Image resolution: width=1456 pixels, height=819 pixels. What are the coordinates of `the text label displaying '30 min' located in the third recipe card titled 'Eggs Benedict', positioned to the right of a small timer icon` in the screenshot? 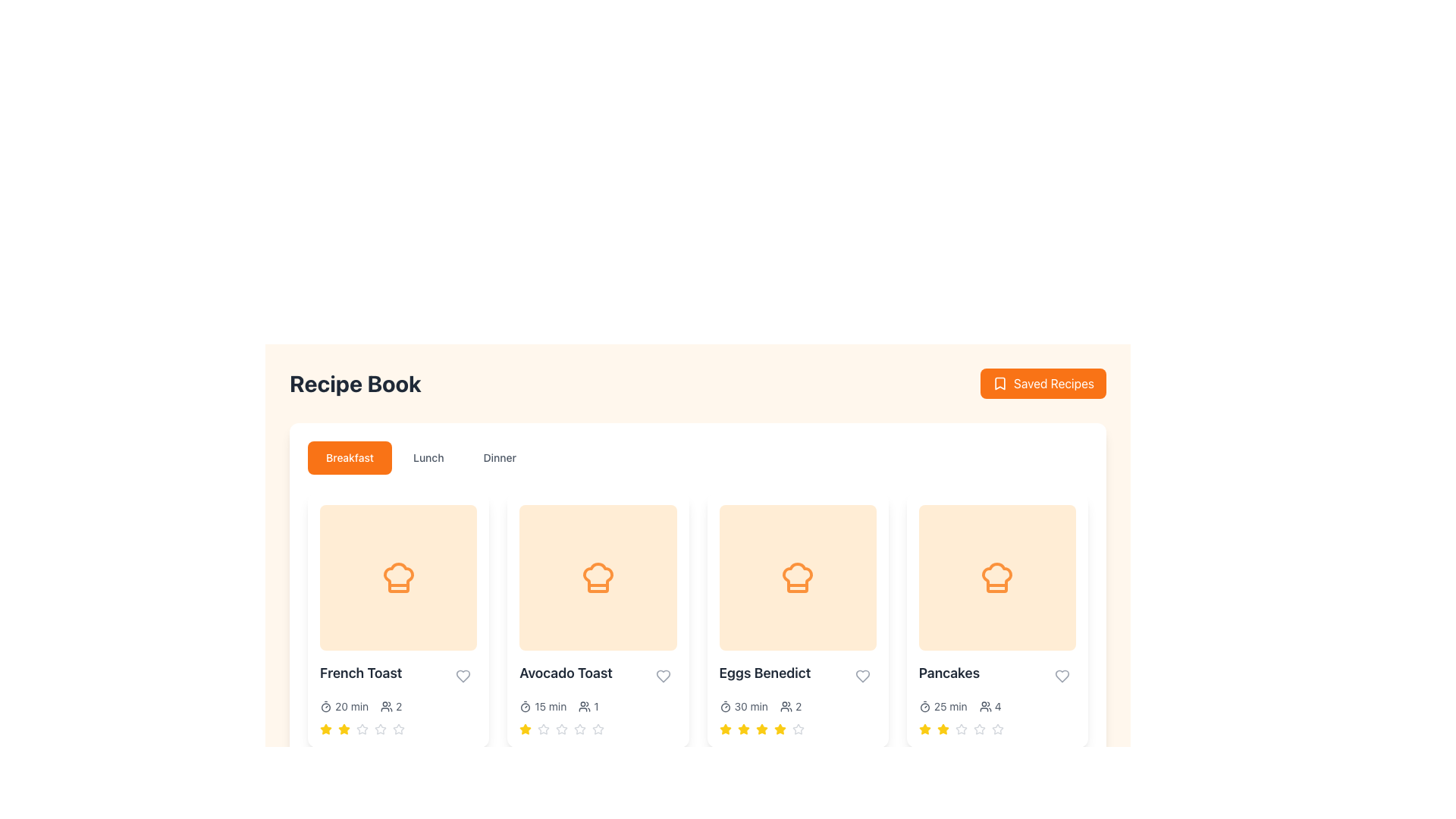 It's located at (751, 707).